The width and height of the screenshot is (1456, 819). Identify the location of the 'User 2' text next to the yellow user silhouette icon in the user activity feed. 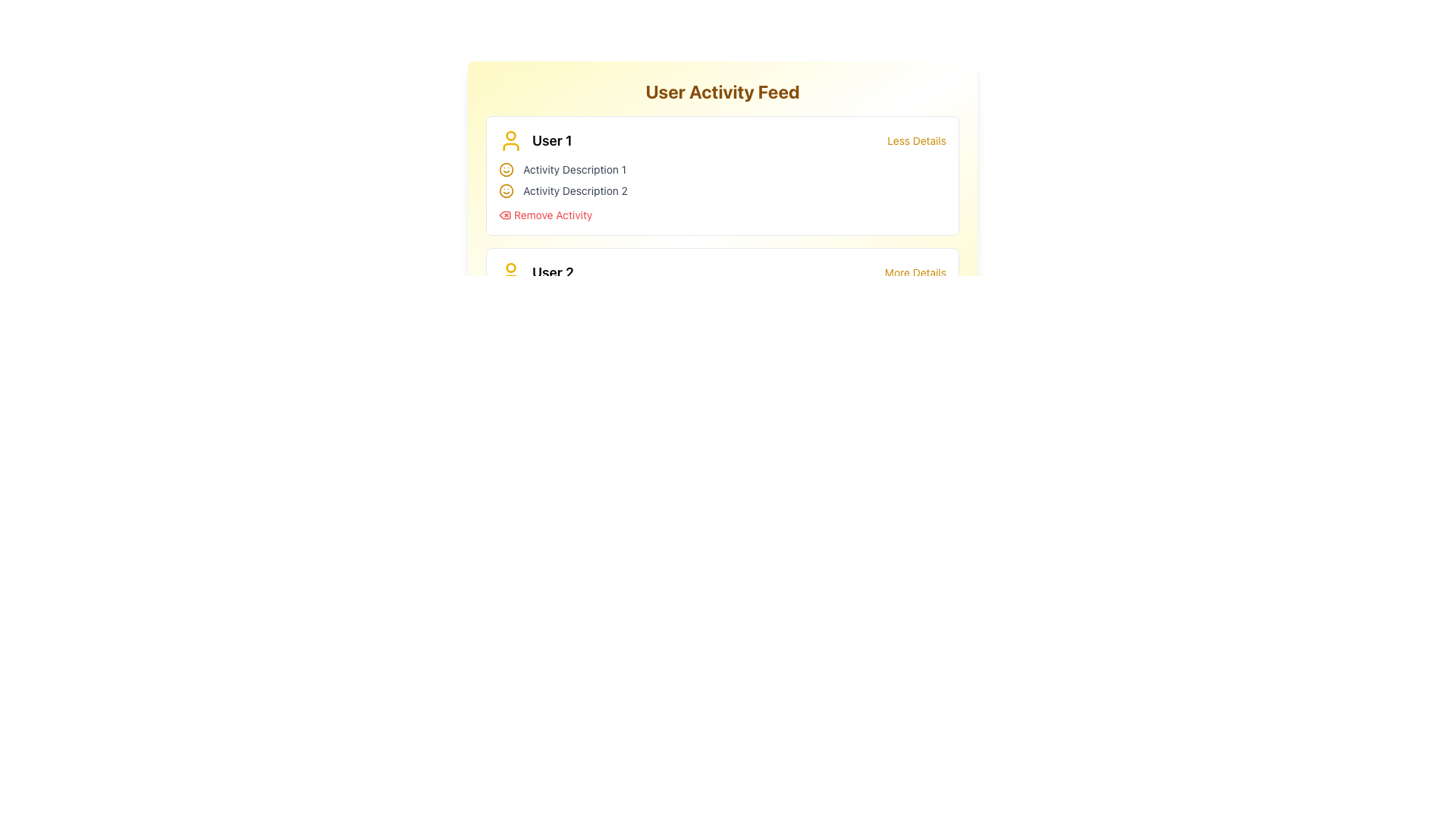
(535, 271).